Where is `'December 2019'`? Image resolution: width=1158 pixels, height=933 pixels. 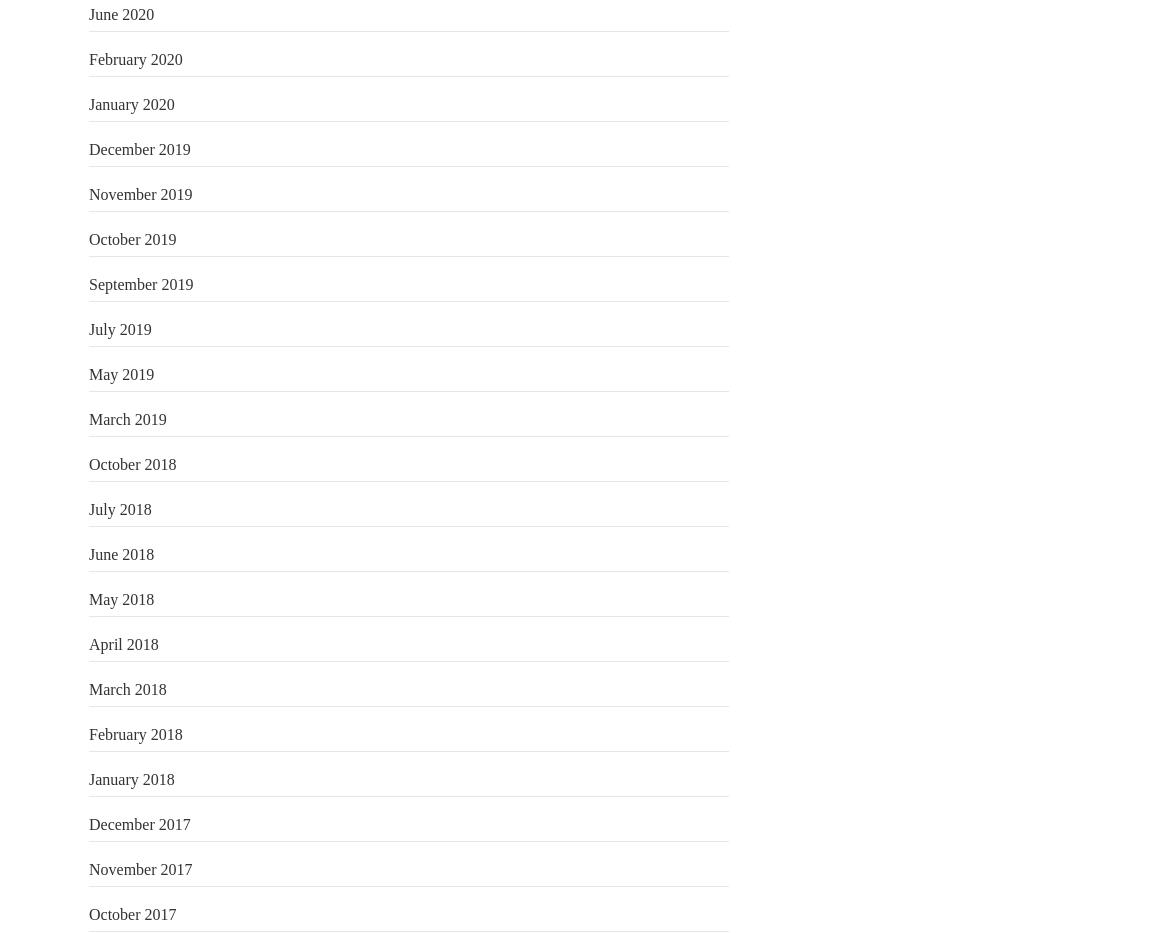 'December 2019' is located at coordinates (138, 147).